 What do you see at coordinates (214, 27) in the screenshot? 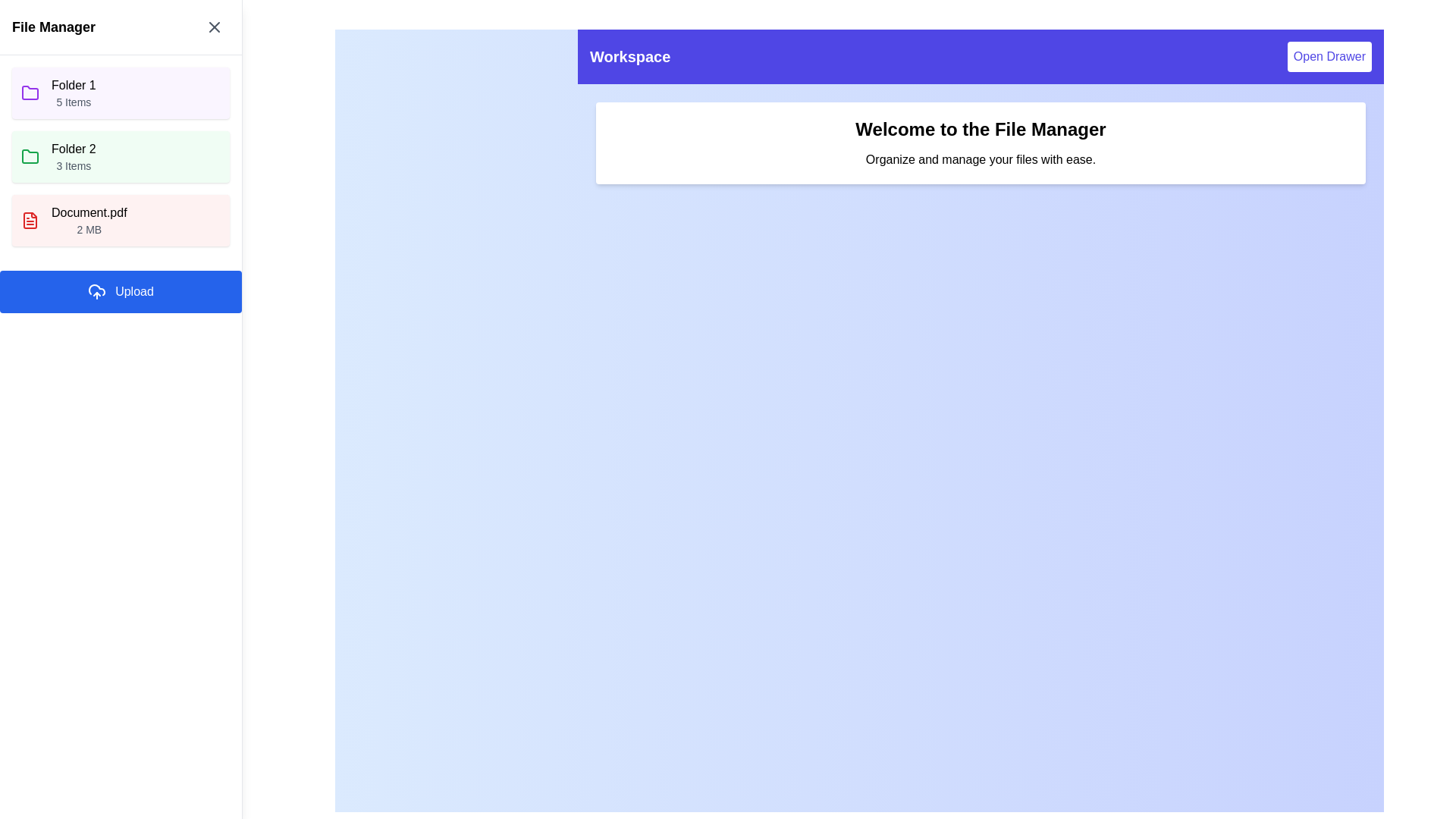
I see `the small circular button with an 'X' icon located at the top-right corner of the File Manager header for keyboard interaction` at bounding box center [214, 27].